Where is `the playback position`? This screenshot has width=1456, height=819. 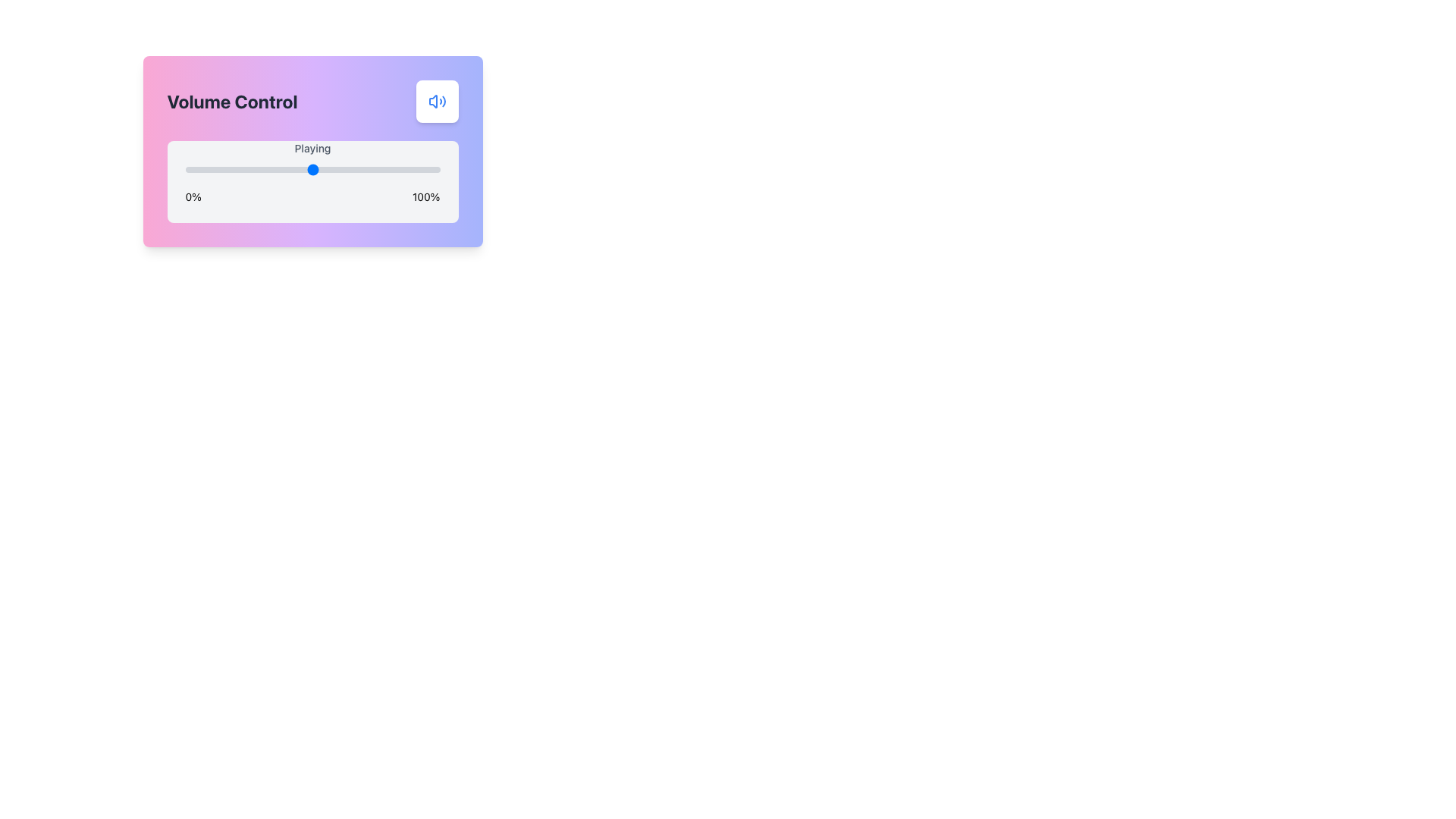
the playback position is located at coordinates (279, 169).